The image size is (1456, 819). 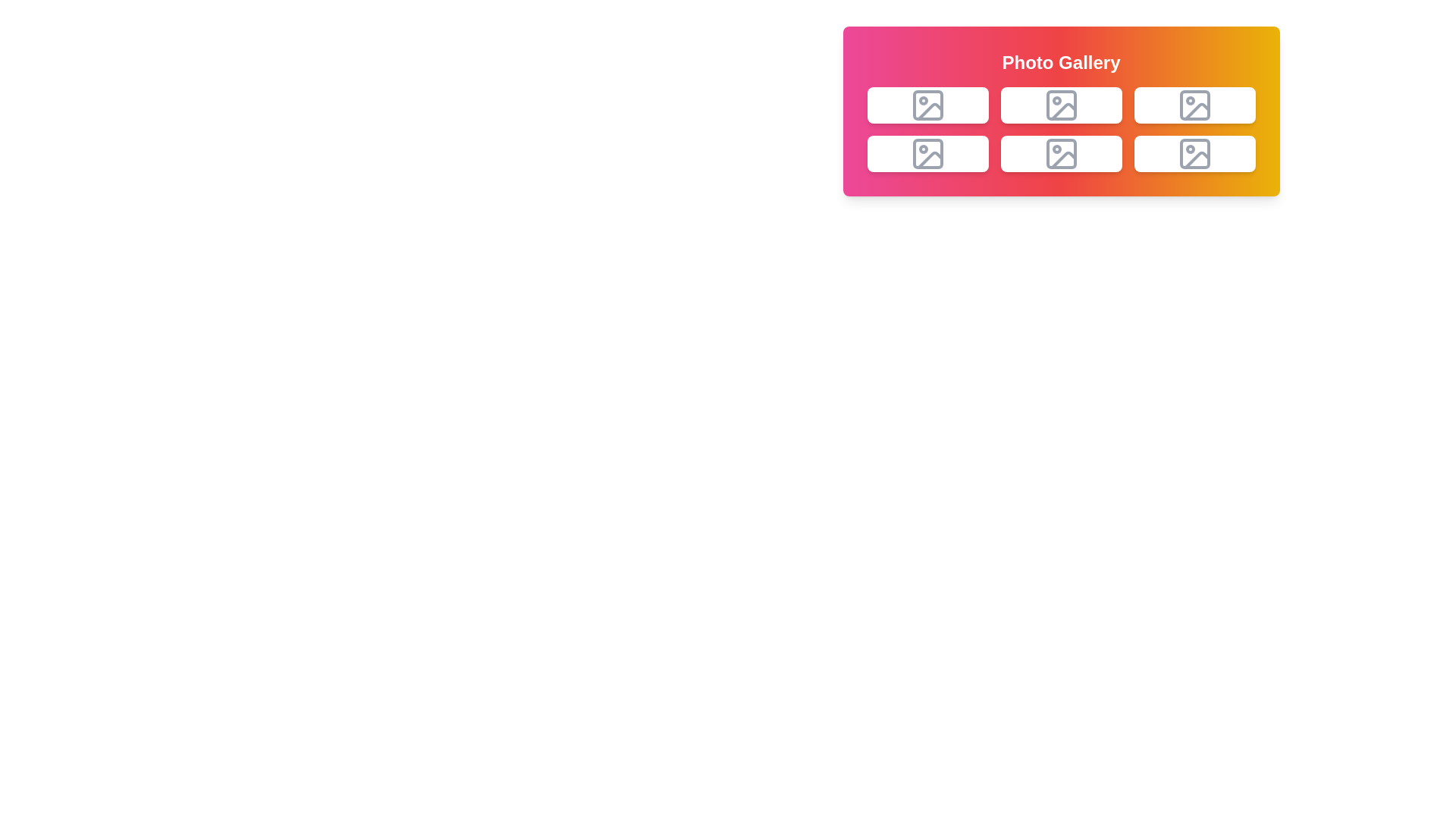 What do you see at coordinates (1060, 154) in the screenshot?
I see `the Image placeholder, which is a rounded rectangle with a white background and a gray framed image icon, located in the second row, middle column of the Photo Gallery grid` at bounding box center [1060, 154].